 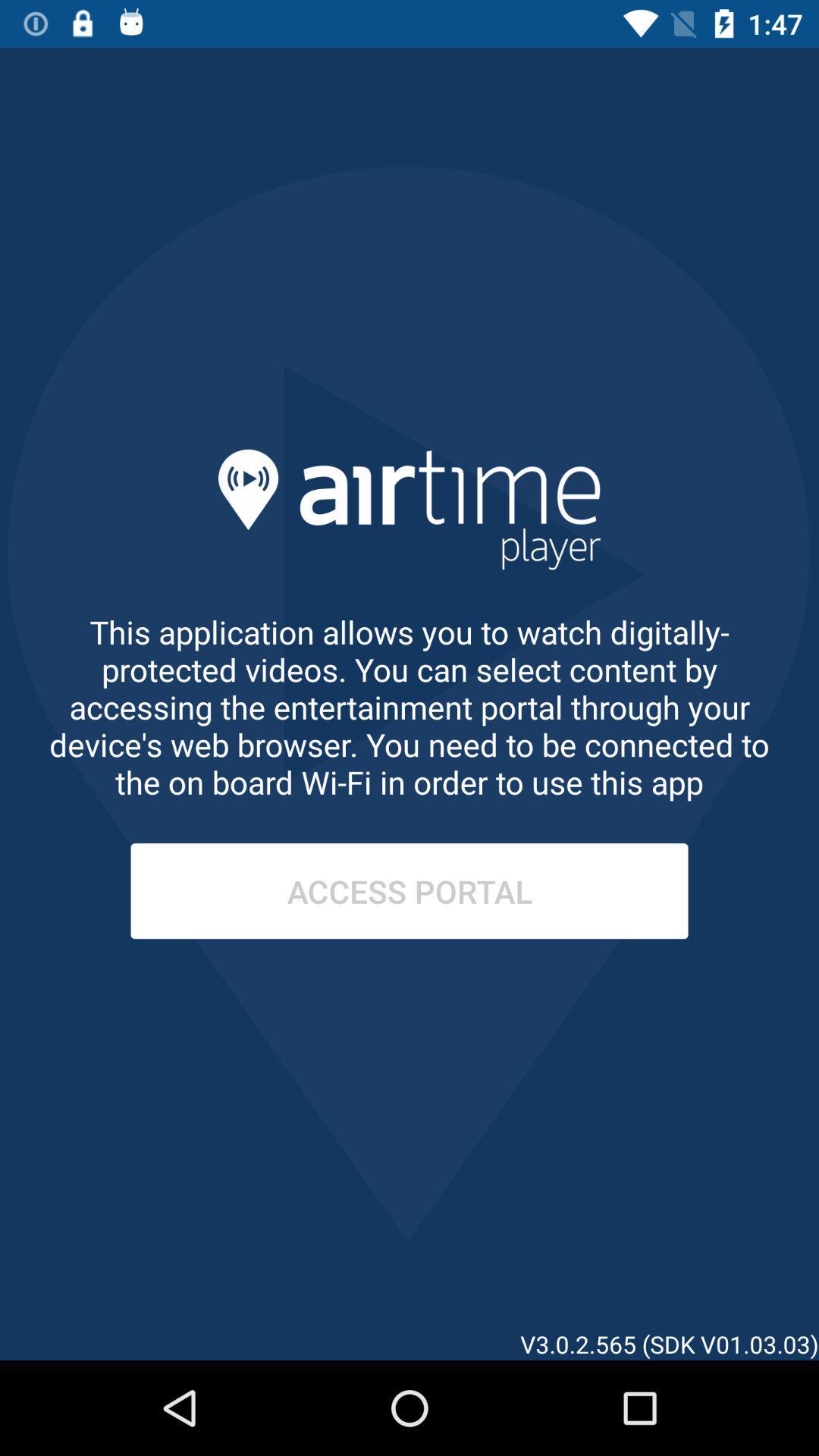 I want to click on the access portal item, so click(x=409, y=891).